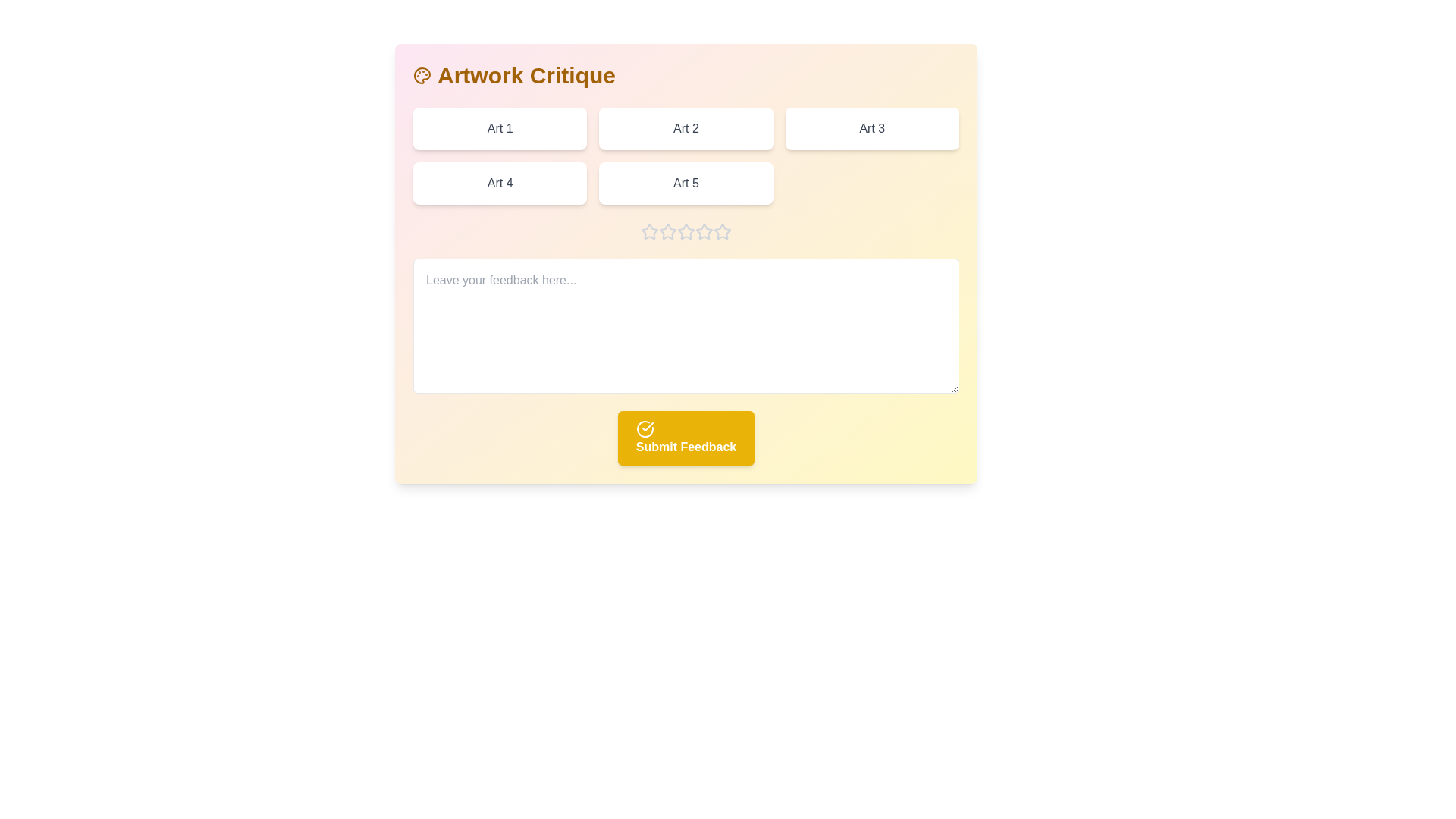 Image resolution: width=1456 pixels, height=819 pixels. Describe the element at coordinates (667, 231) in the screenshot. I see `the rating to 2 stars by clicking on the corresponding star button` at that location.